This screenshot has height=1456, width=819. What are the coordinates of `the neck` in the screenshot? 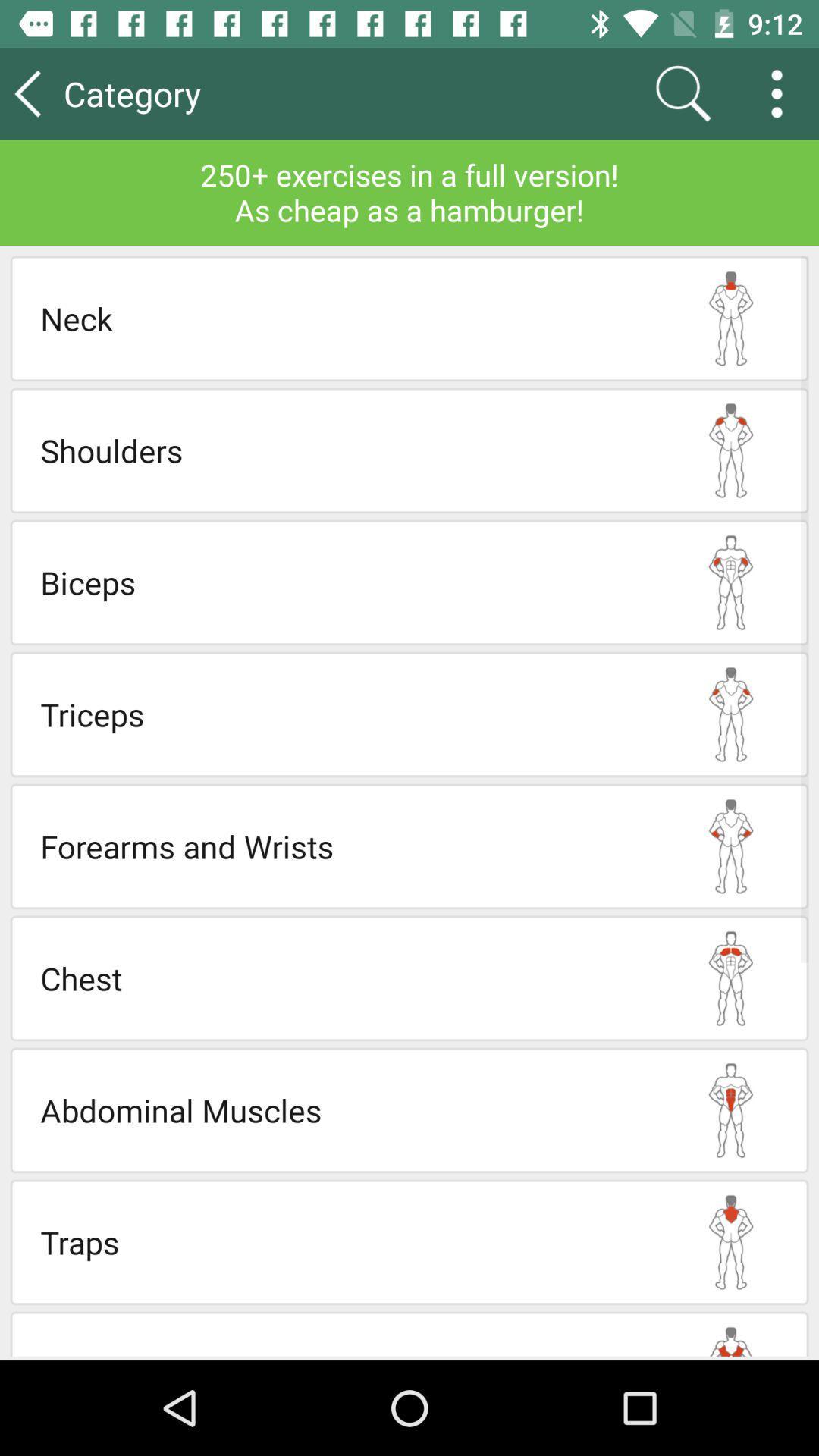 It's located at (347, 318).